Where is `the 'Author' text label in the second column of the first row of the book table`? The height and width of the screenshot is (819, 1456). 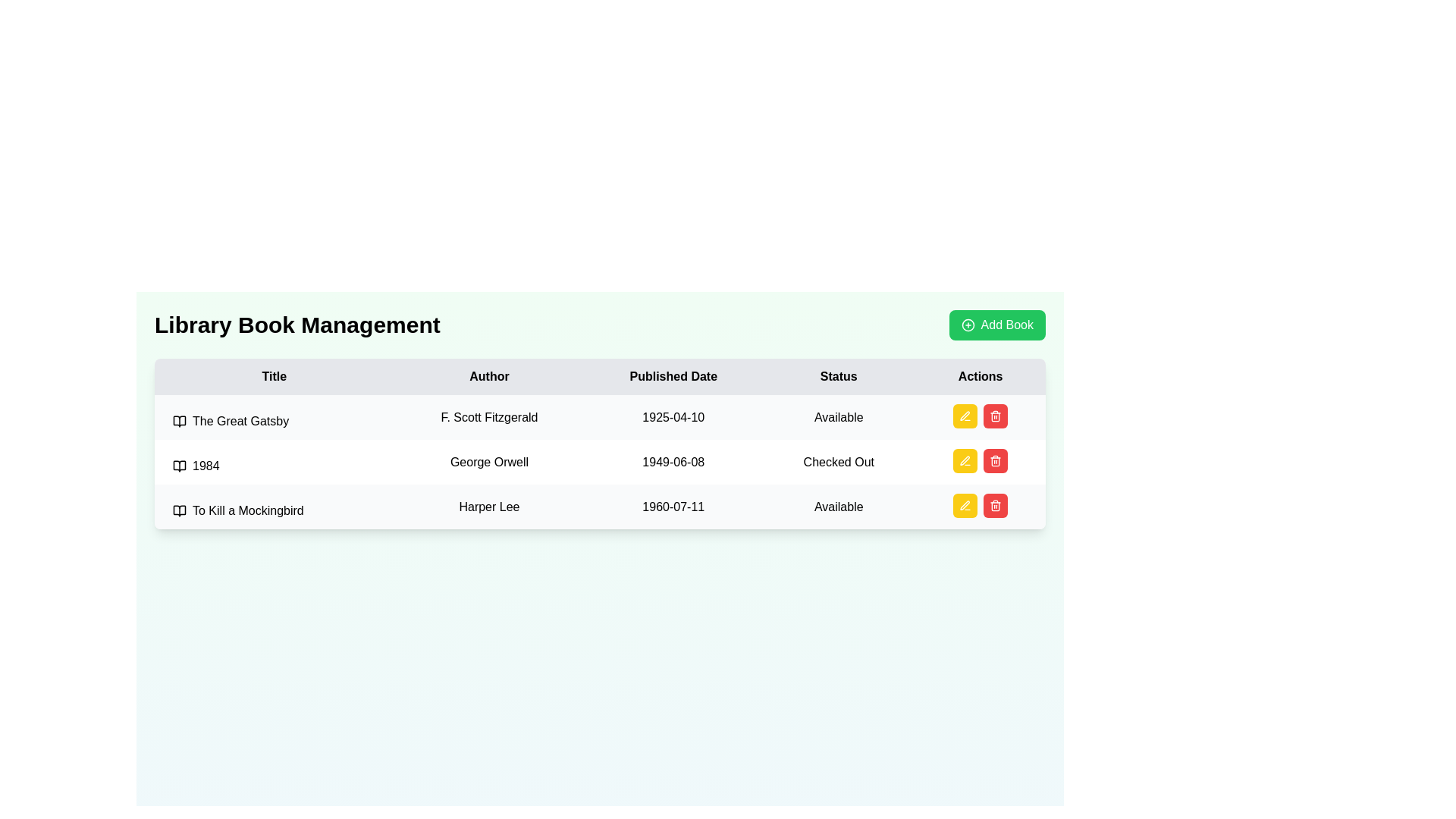
the 'Author' text label in the second column of the first row of the book table is located at coordinates (489, 417).